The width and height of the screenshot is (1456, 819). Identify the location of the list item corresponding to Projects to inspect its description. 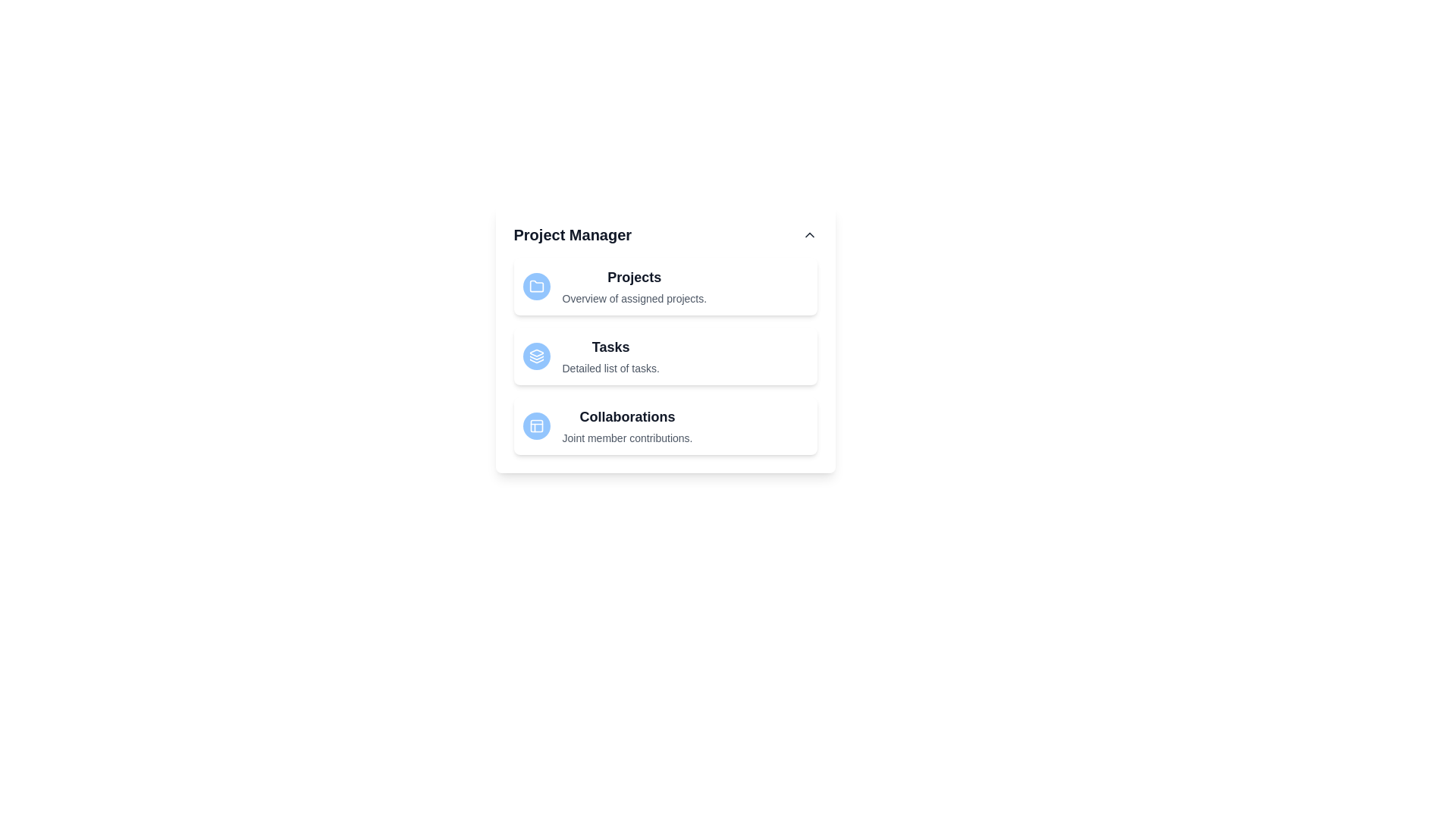
(607, 281).